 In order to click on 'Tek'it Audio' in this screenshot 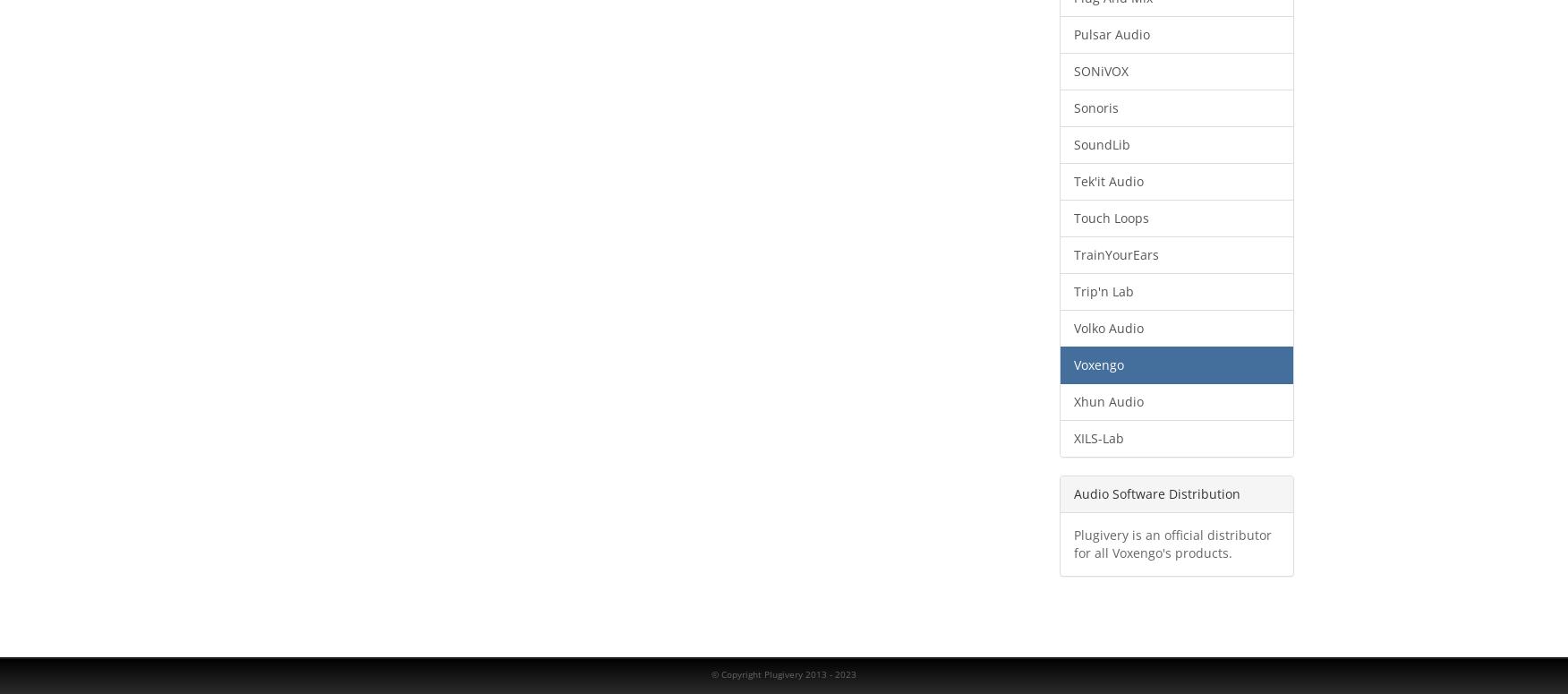, I will do `click(1107, 181)`.